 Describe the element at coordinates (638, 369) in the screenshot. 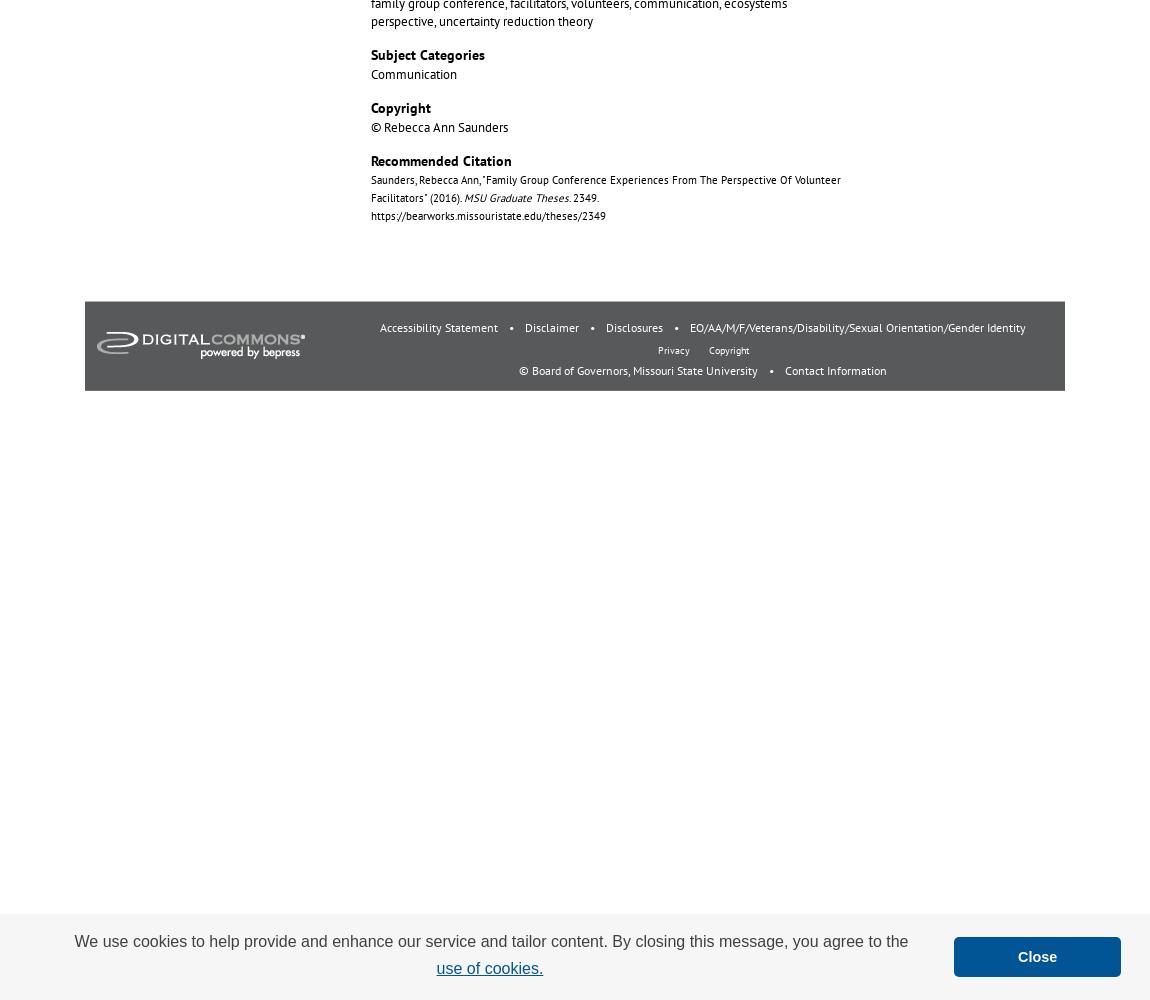

I see `'© Board of Governors, Missouri State University'` at that location.